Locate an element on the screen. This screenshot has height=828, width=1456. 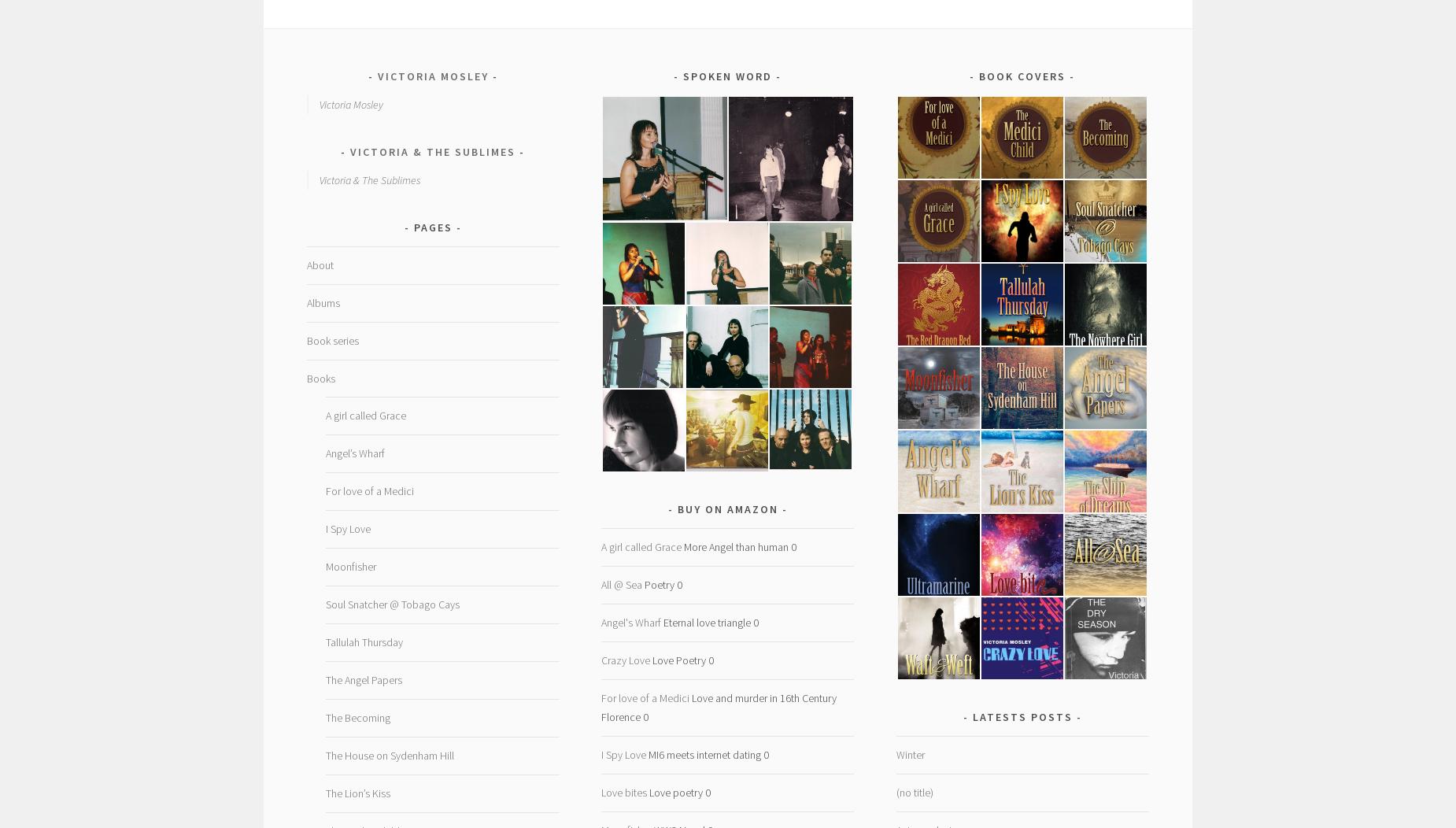
'Albums' is located at coordinates (321, 303).